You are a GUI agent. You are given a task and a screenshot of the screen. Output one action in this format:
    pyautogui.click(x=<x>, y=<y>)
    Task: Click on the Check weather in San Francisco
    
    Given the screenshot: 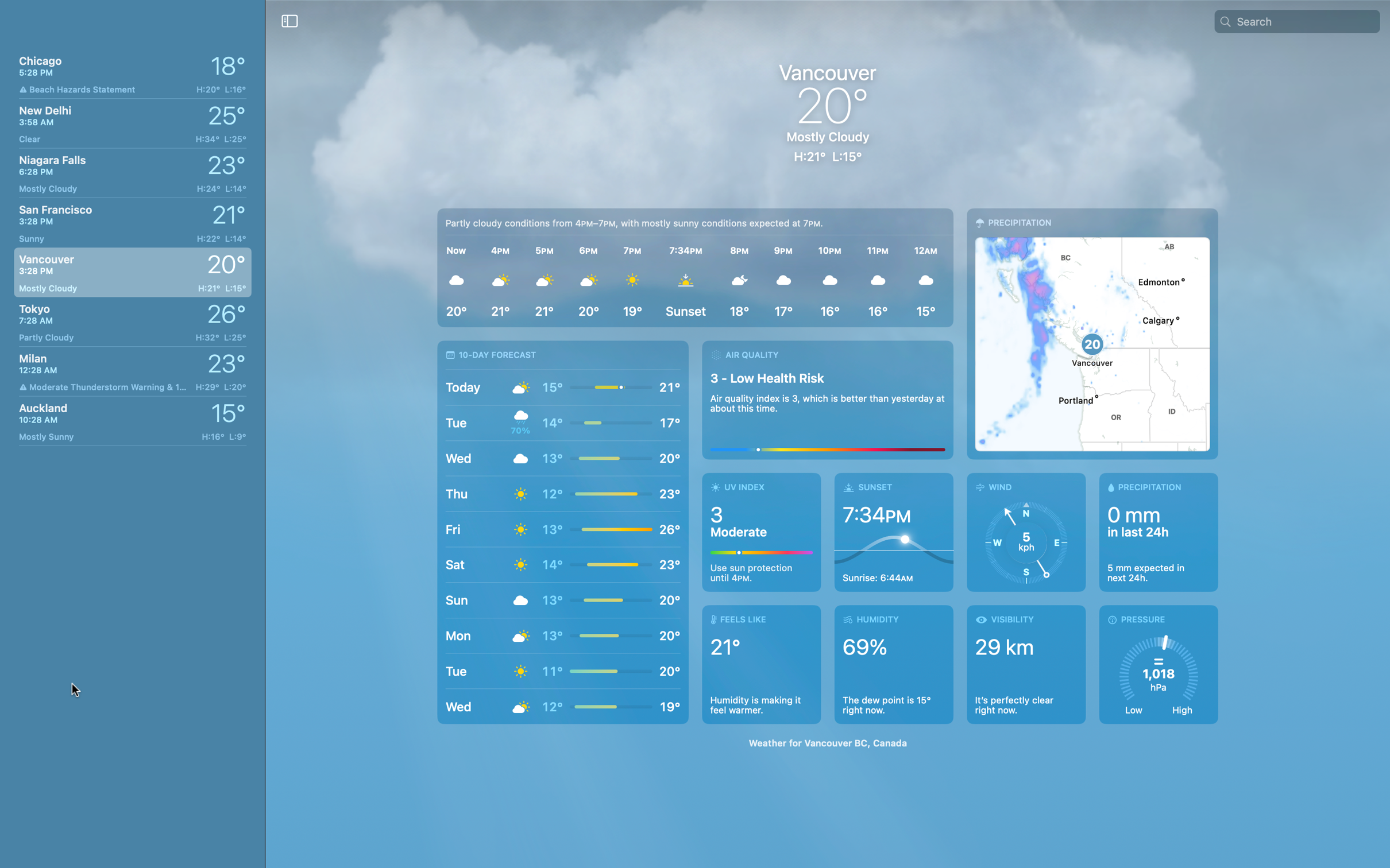 What is the action you would take?
    pyautogui.click(x=130, y=219)
    